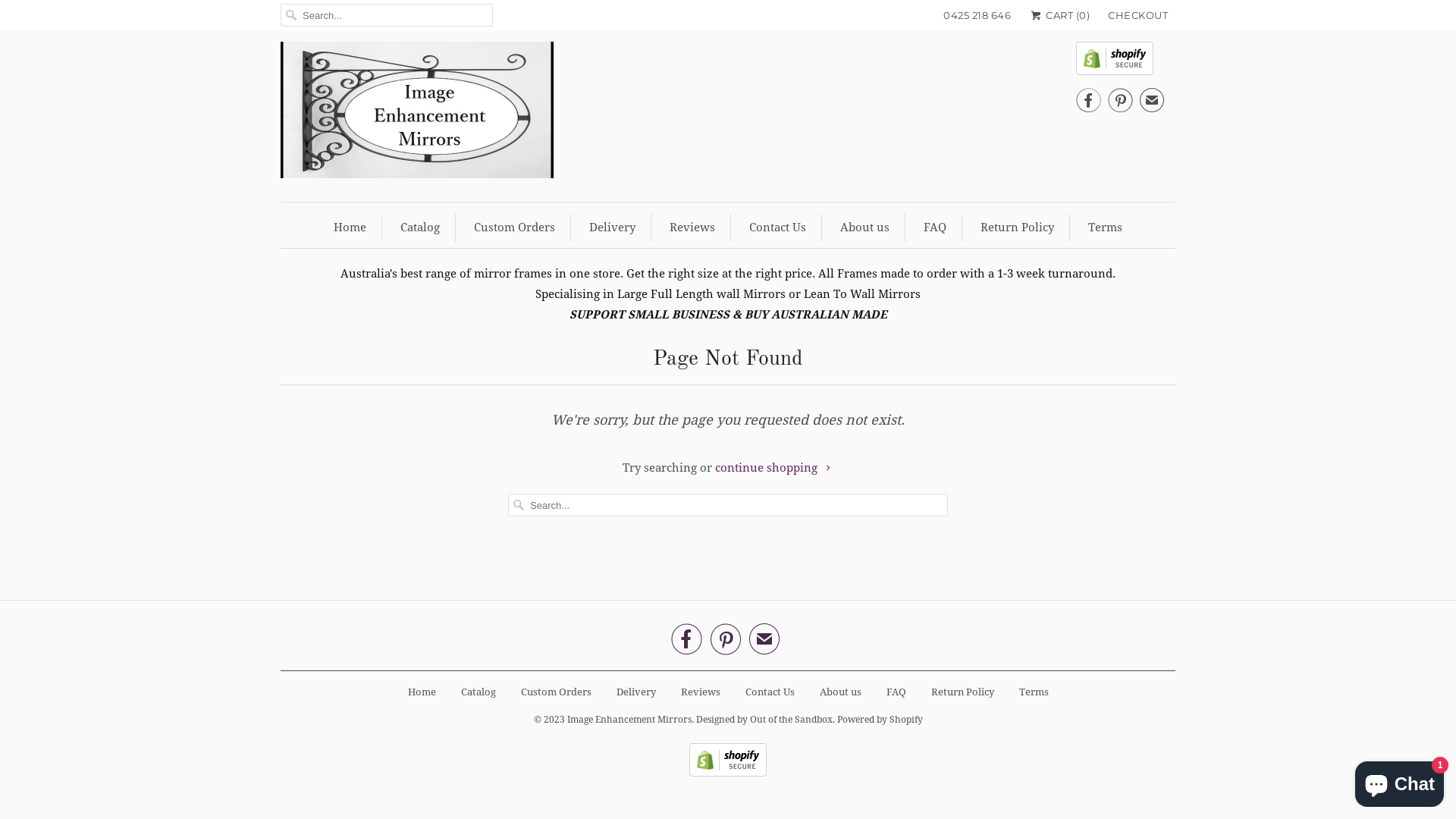 This screenshot has width=1456, height=819. Describe the element at coordinates (520, 692) in the screenshot. I see `'Custom Orders'` at that location.